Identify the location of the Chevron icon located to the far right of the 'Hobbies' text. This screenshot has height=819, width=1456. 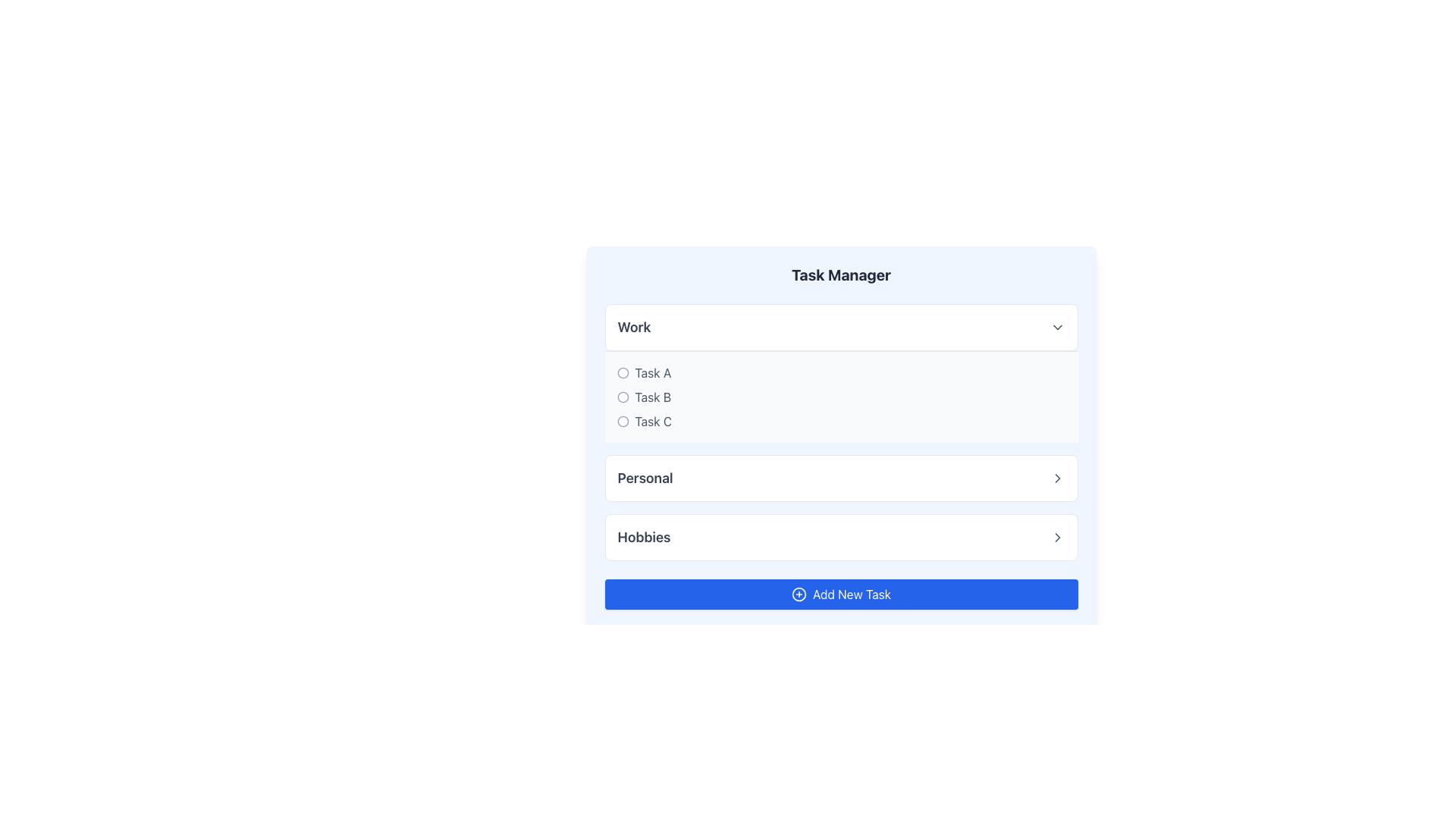
(1056, 537).